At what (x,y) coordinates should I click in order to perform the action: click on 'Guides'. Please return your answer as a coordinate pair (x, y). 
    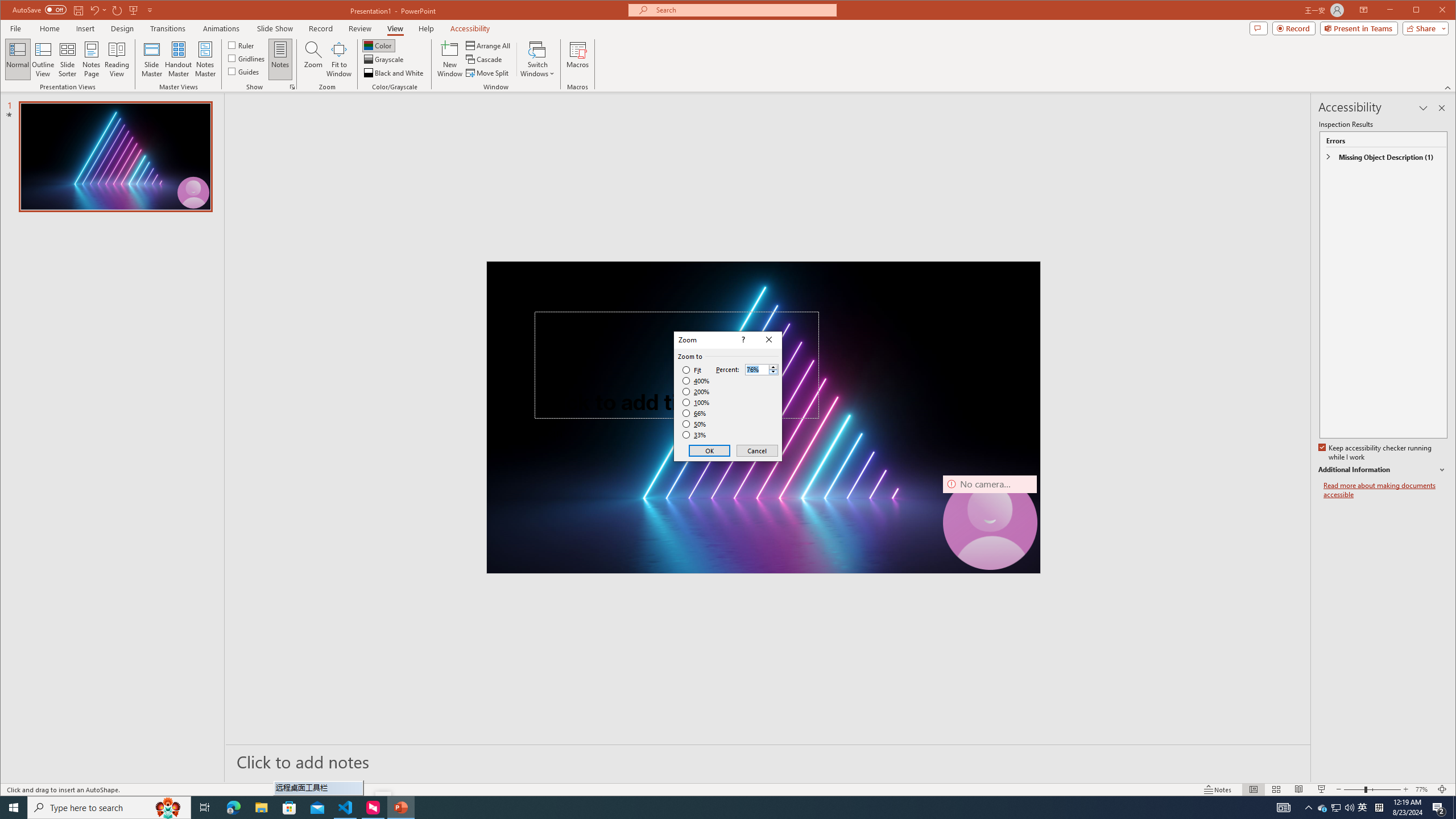
    Looking at the image, I should click on (243, 71).